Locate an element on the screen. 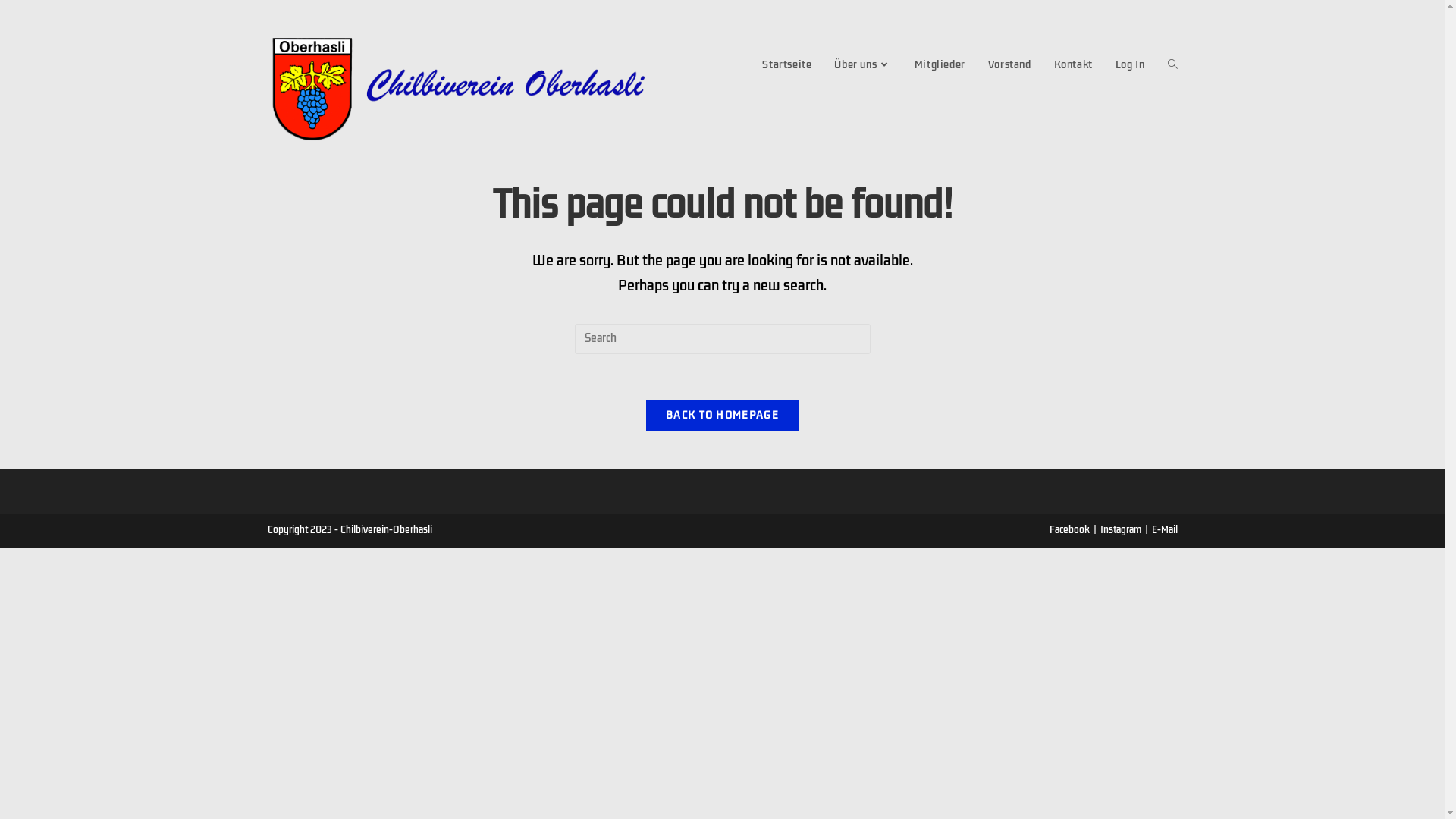 The height and width of the screenshot is (819, 1456). 'Toggle website search' is located at coordinates (1154, 63).